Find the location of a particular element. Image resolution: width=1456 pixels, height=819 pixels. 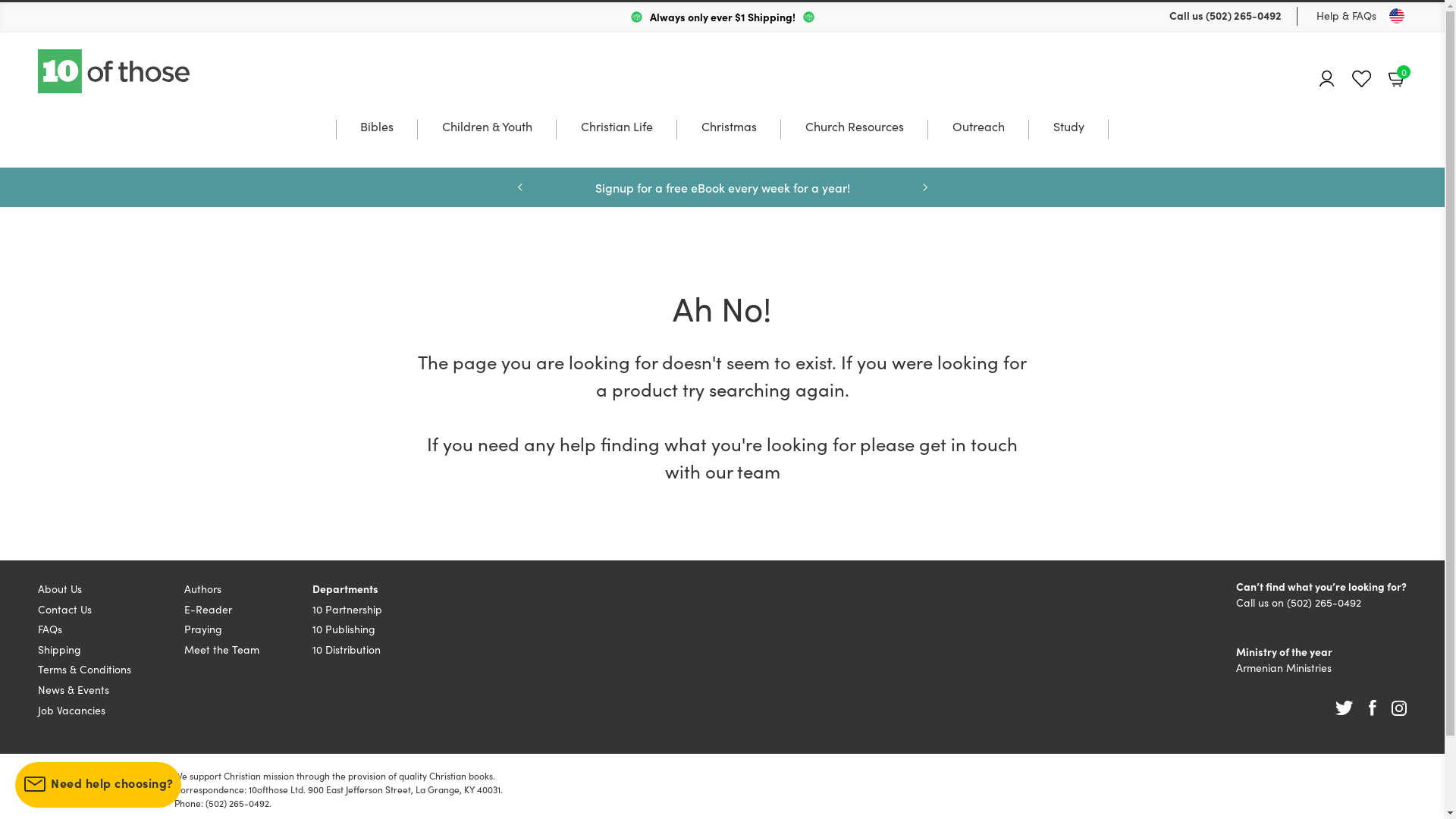

'Account' is located at coordinates (1326, 78).